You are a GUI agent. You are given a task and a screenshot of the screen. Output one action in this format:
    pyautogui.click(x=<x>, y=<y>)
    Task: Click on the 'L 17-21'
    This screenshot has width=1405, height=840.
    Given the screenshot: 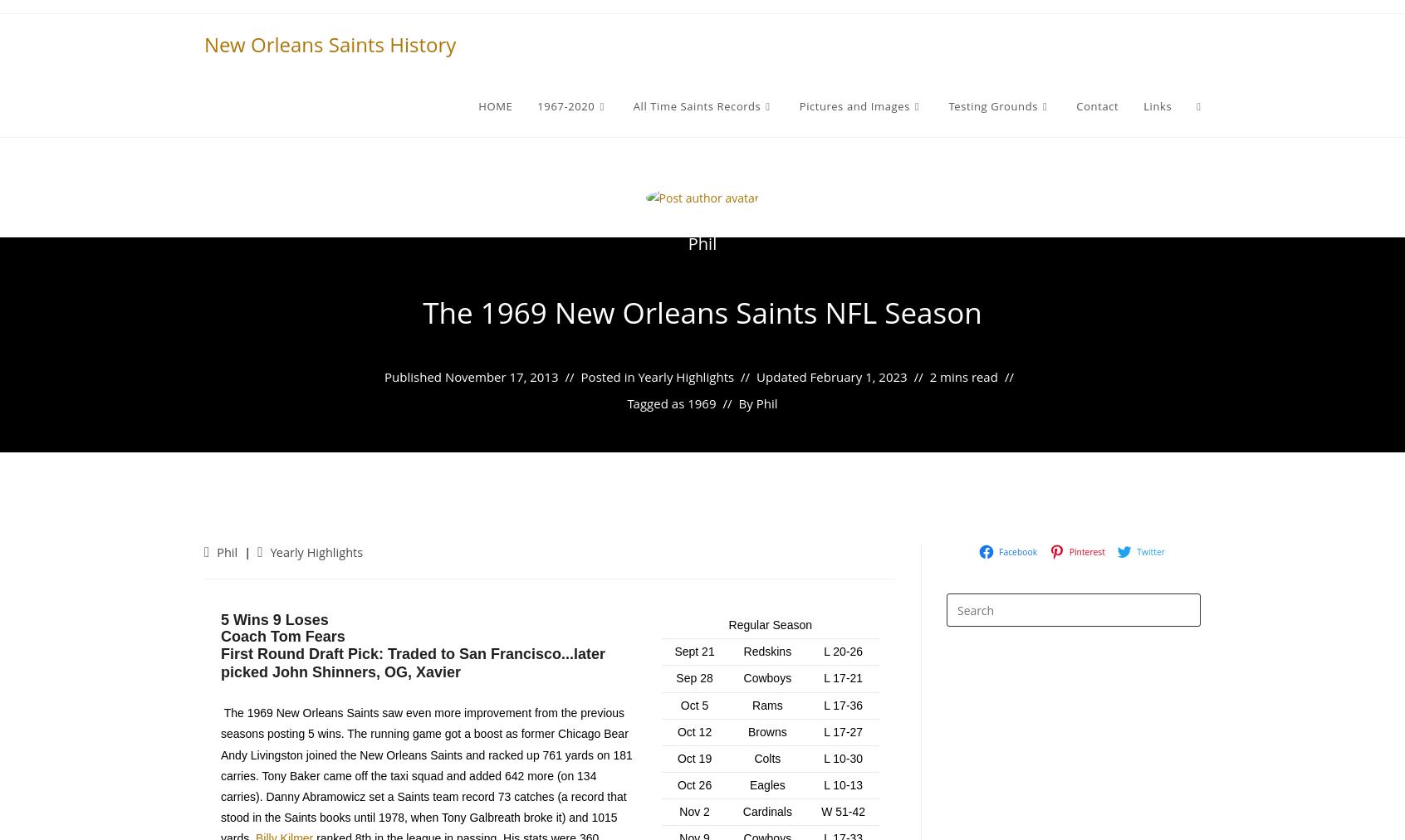 What is the action you would take?
    pyautogui.click(x=842, y=676)
    